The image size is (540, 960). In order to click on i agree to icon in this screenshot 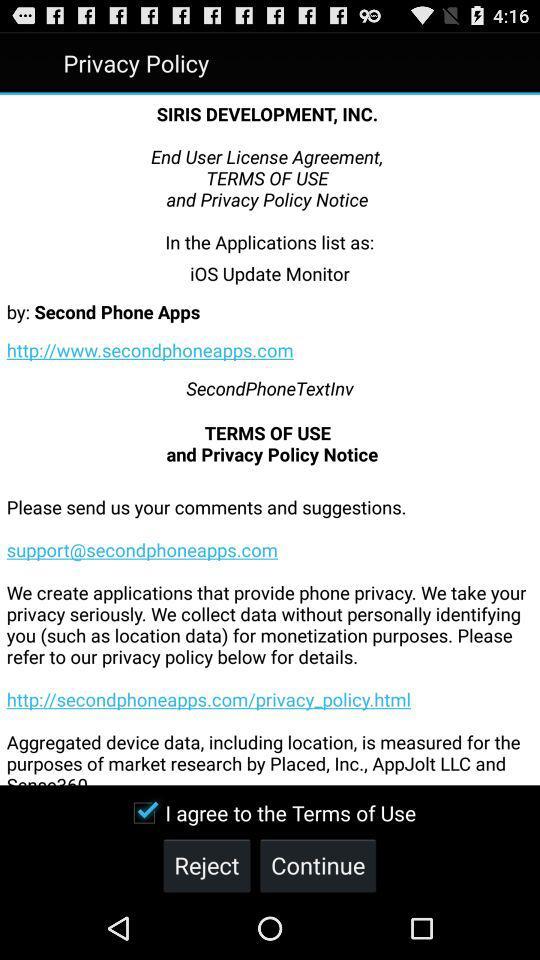, I will do `click(269, 813)`.